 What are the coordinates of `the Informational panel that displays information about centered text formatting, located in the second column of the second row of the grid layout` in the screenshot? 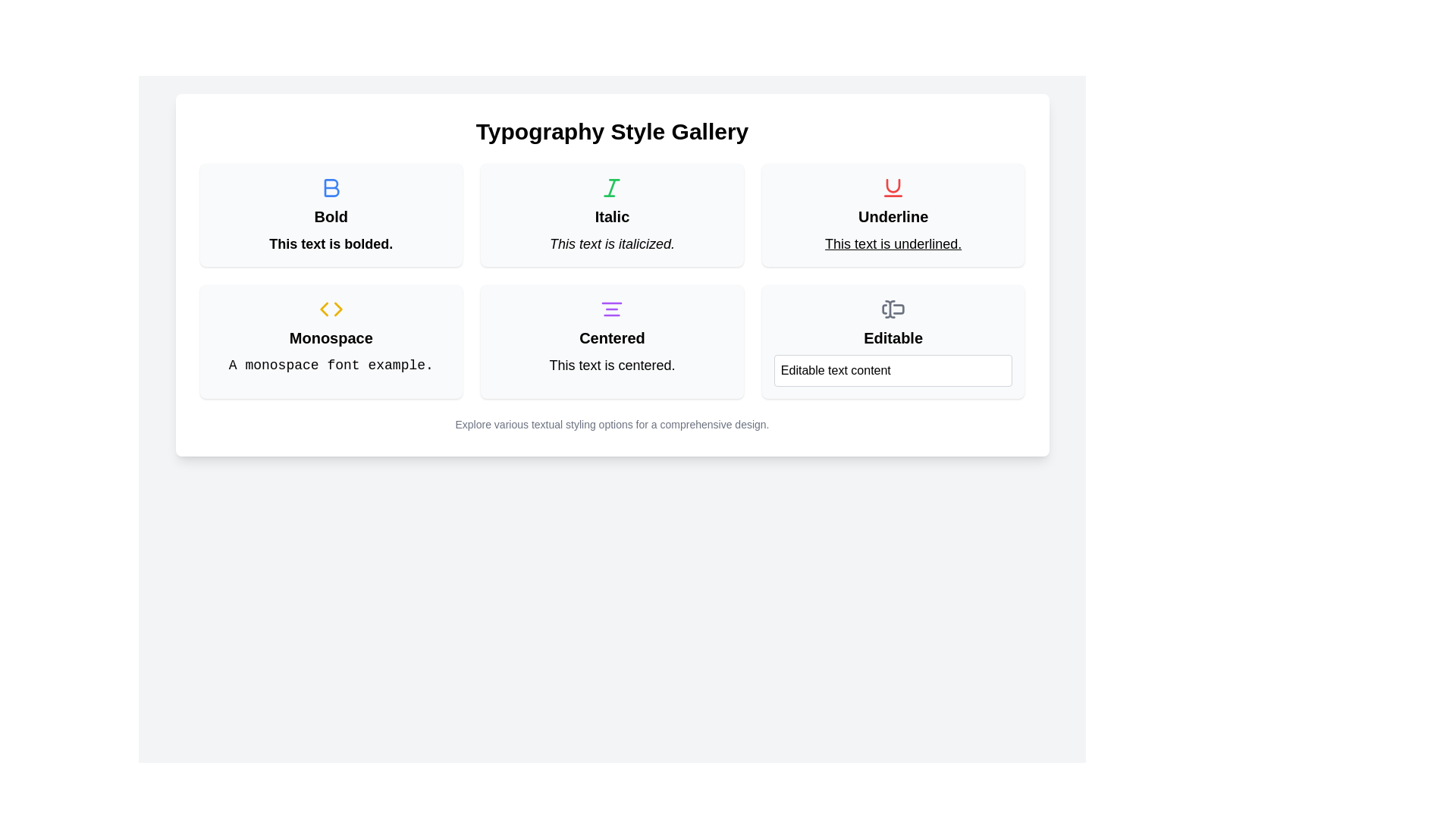 It's located at (612, 342).